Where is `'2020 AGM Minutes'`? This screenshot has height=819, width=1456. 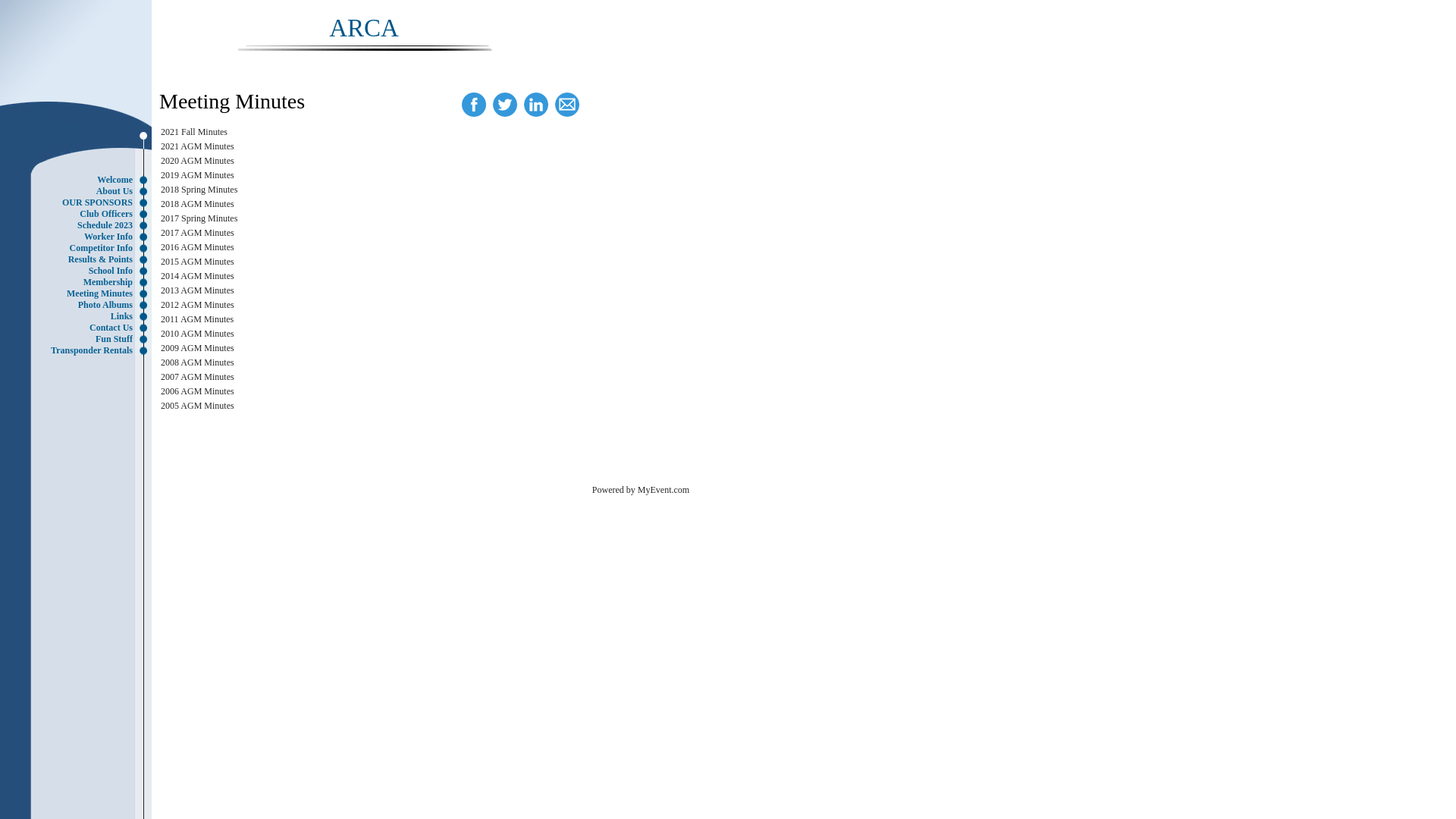
'2020 AGM Minutes' is located at coordinates (160, 161).